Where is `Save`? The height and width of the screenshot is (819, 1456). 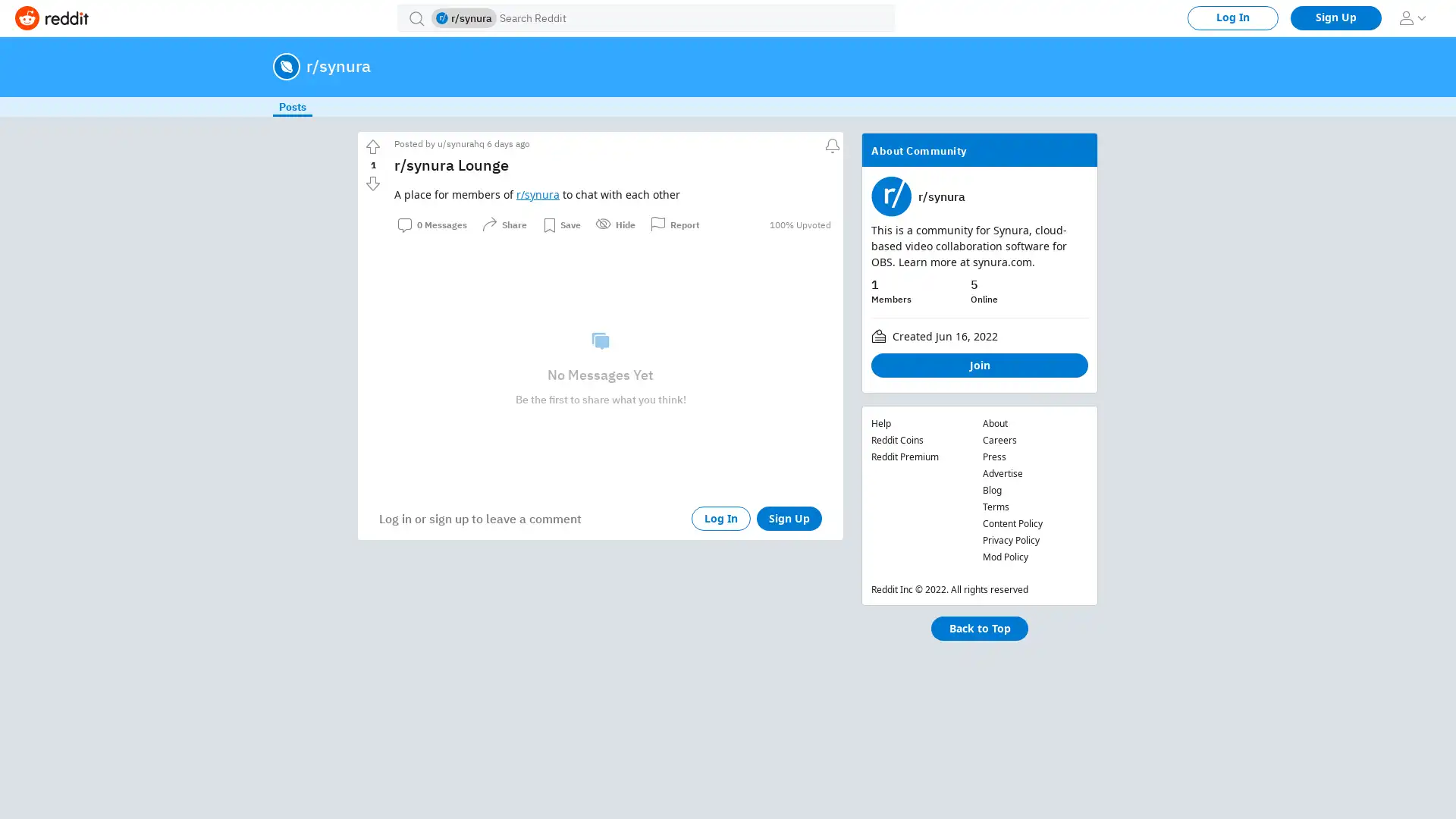
Save is located at coordinates (560, 224).